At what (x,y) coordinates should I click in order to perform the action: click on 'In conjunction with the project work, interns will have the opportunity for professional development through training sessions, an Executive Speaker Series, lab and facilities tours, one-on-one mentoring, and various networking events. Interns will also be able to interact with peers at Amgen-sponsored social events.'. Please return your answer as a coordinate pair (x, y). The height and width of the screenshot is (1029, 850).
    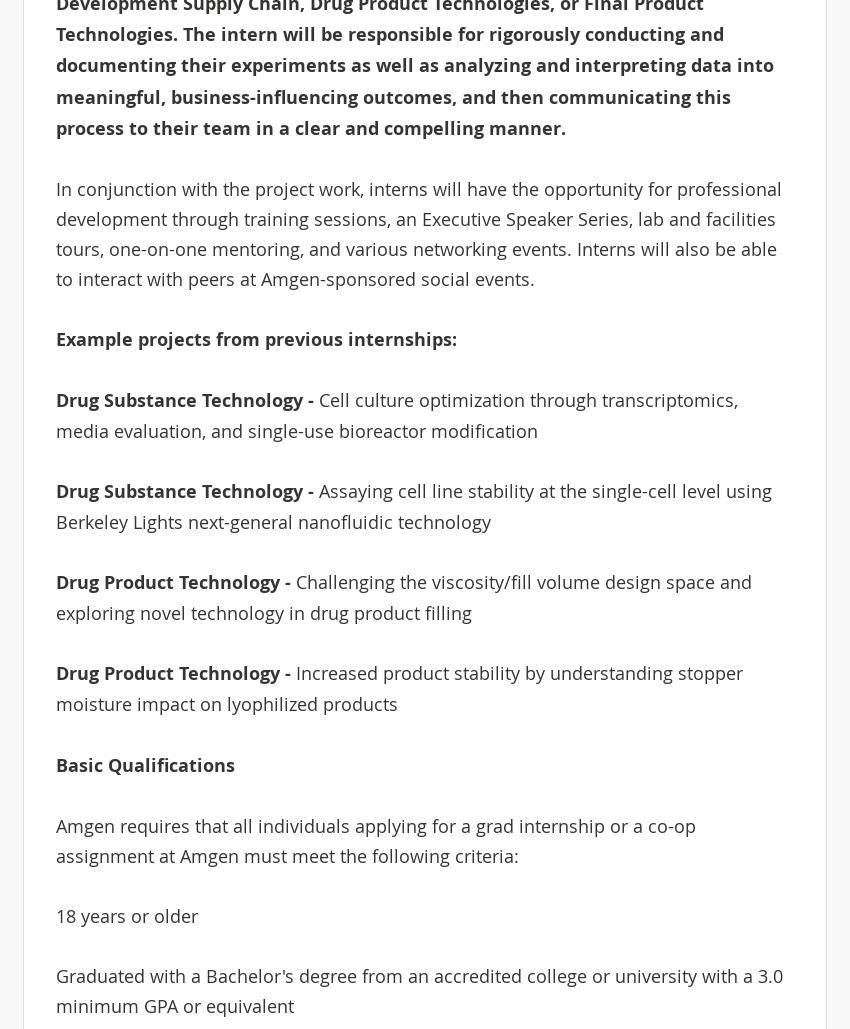
    Looking at the image, I should click on (418, 231).